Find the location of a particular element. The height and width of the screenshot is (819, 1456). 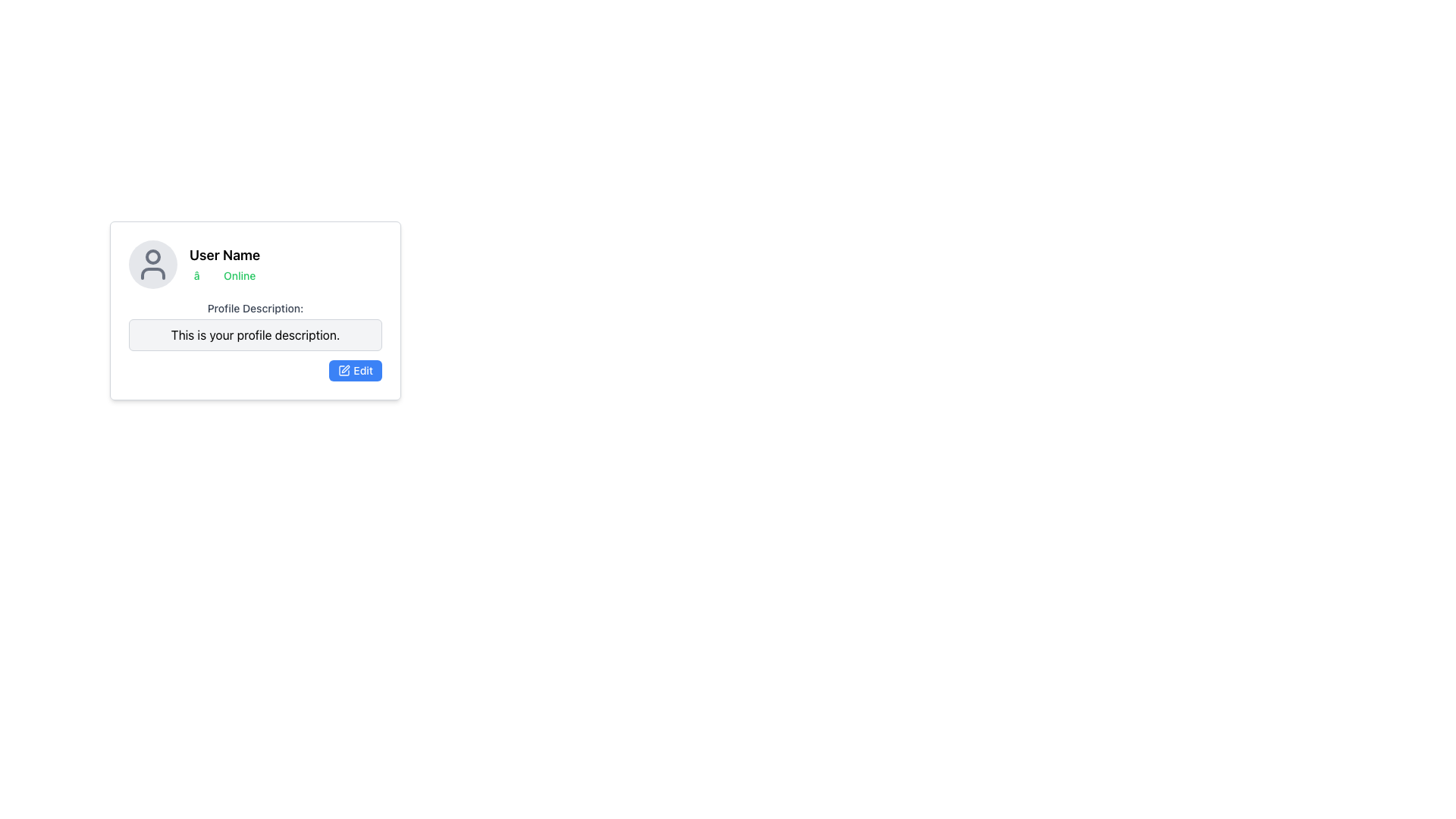

the interactive button located at the bottom-right corner of the user's profile card to observe the hover effects is located at coordinates (355, 371).